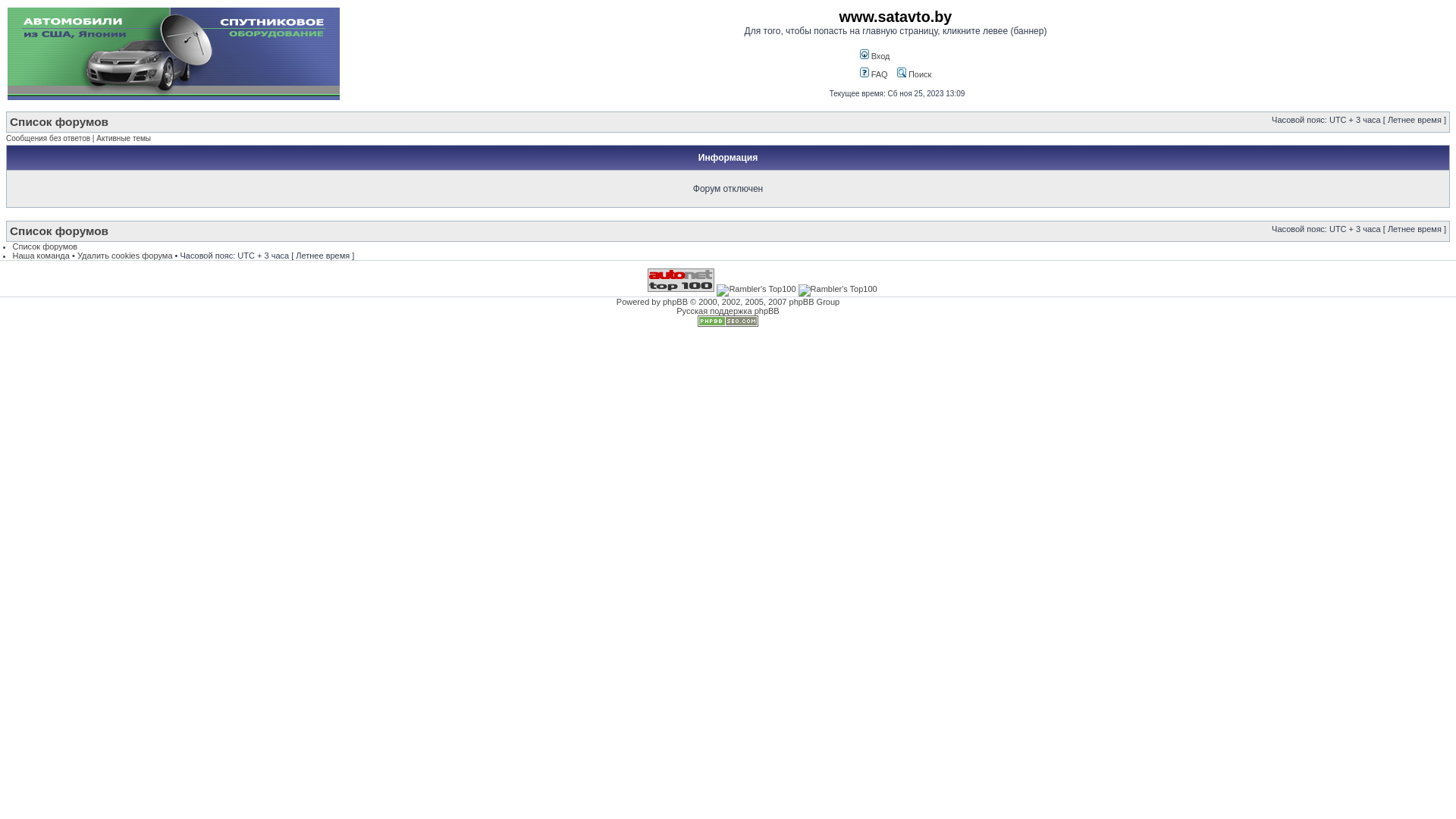 This screenshot has height=819, width=1456. What do you see at coordinates (611, 280) in the screenshot?
I see `'LiveInternet'` at bounding box center [611, 280].